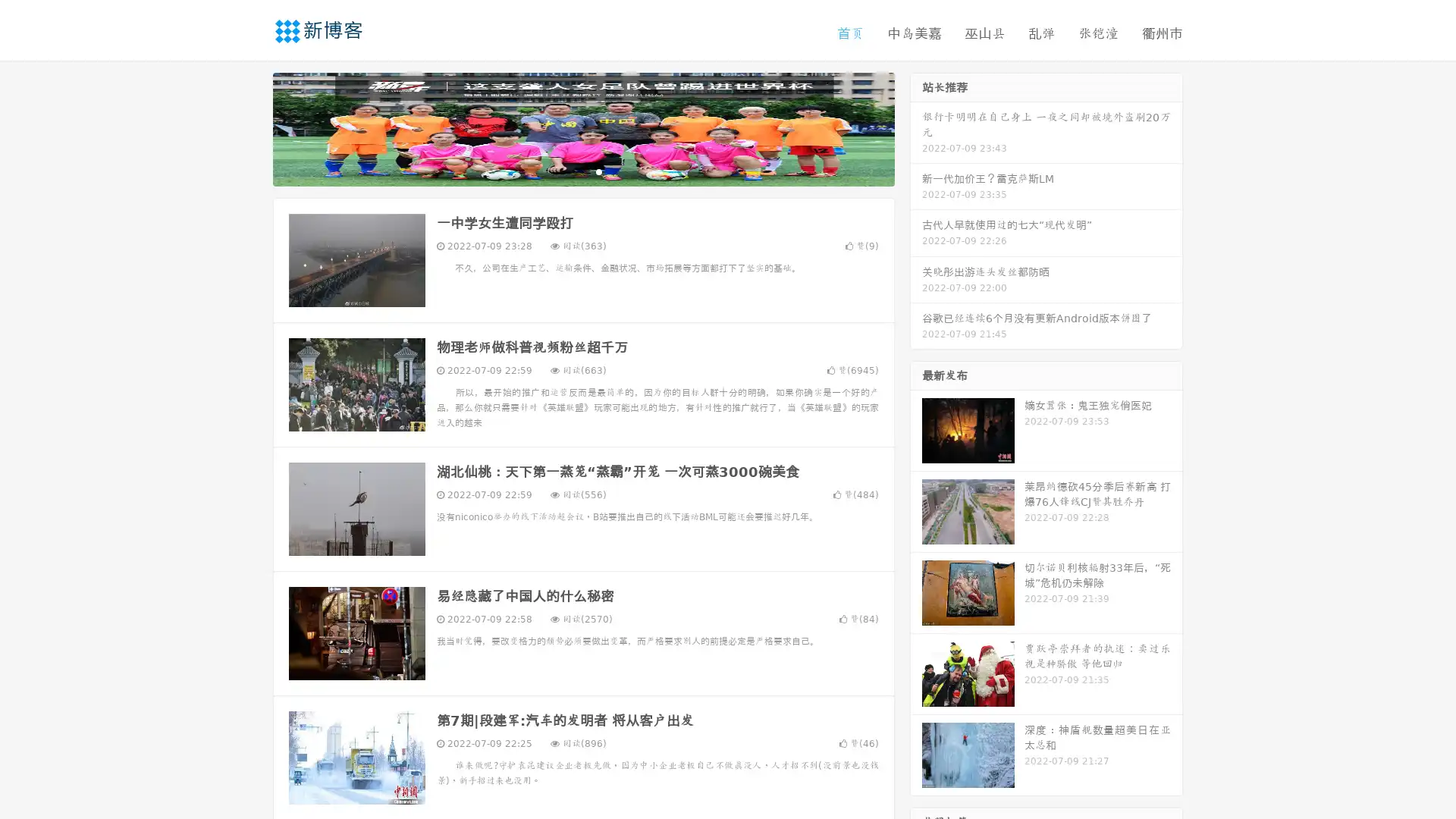 The height and width of the screenshot is (819, 1456). I want to click on Go to slide 3, so click(598, 171).